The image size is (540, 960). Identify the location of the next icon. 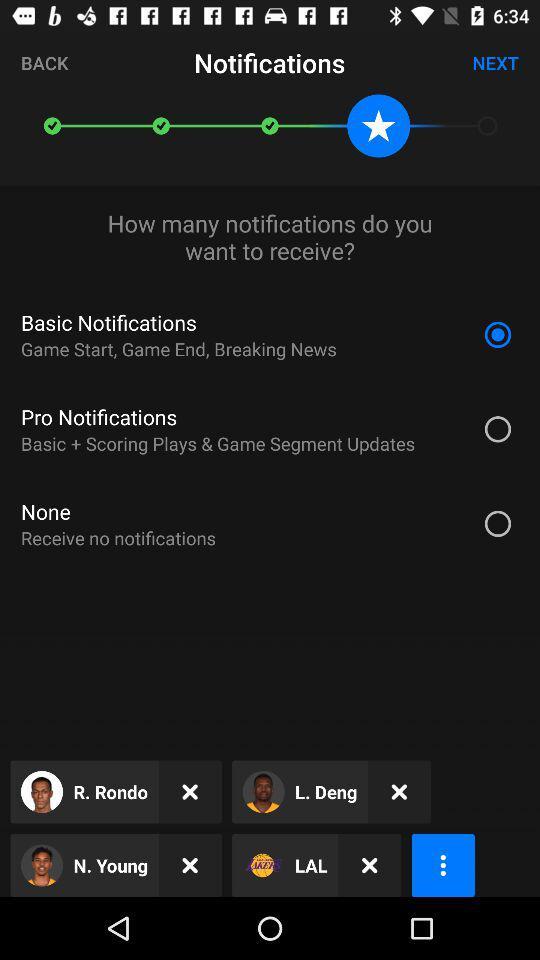
(494, 62).